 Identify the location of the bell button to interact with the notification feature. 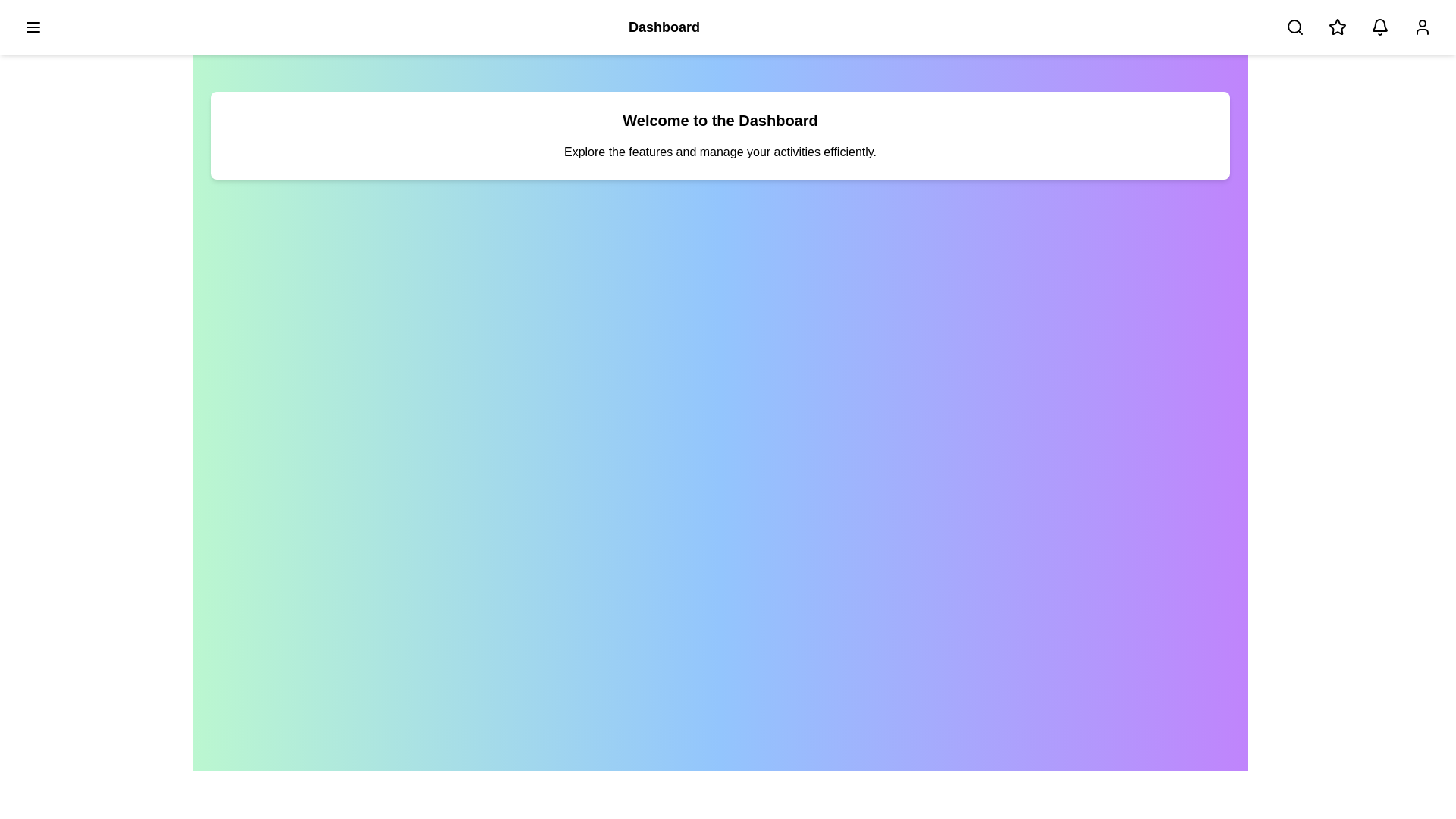
(1379, 27).